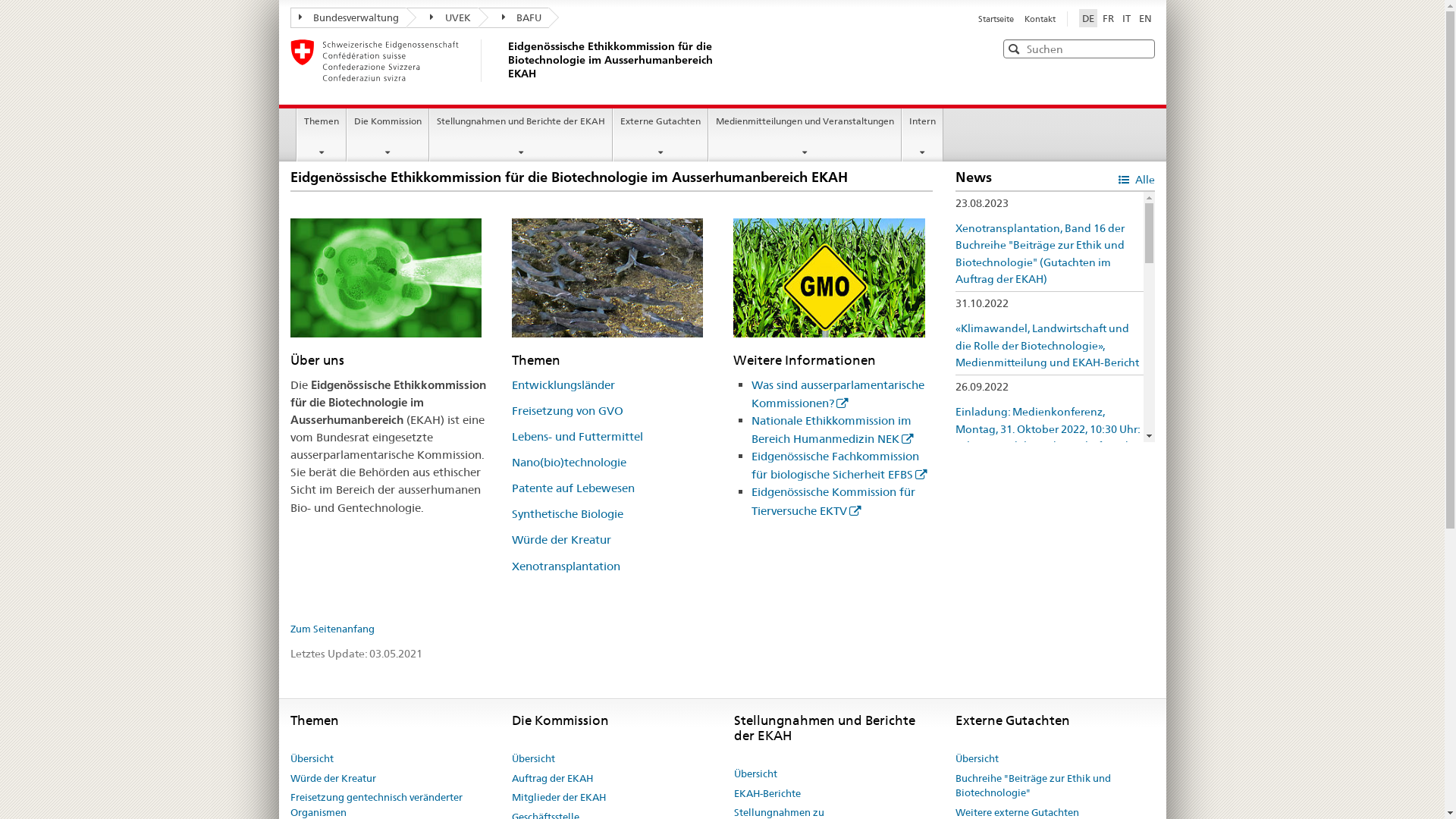  What do you see at coordinates (1087, 17) in the screenshot?
I see `'DE'` at bounding box center [1087, 17].